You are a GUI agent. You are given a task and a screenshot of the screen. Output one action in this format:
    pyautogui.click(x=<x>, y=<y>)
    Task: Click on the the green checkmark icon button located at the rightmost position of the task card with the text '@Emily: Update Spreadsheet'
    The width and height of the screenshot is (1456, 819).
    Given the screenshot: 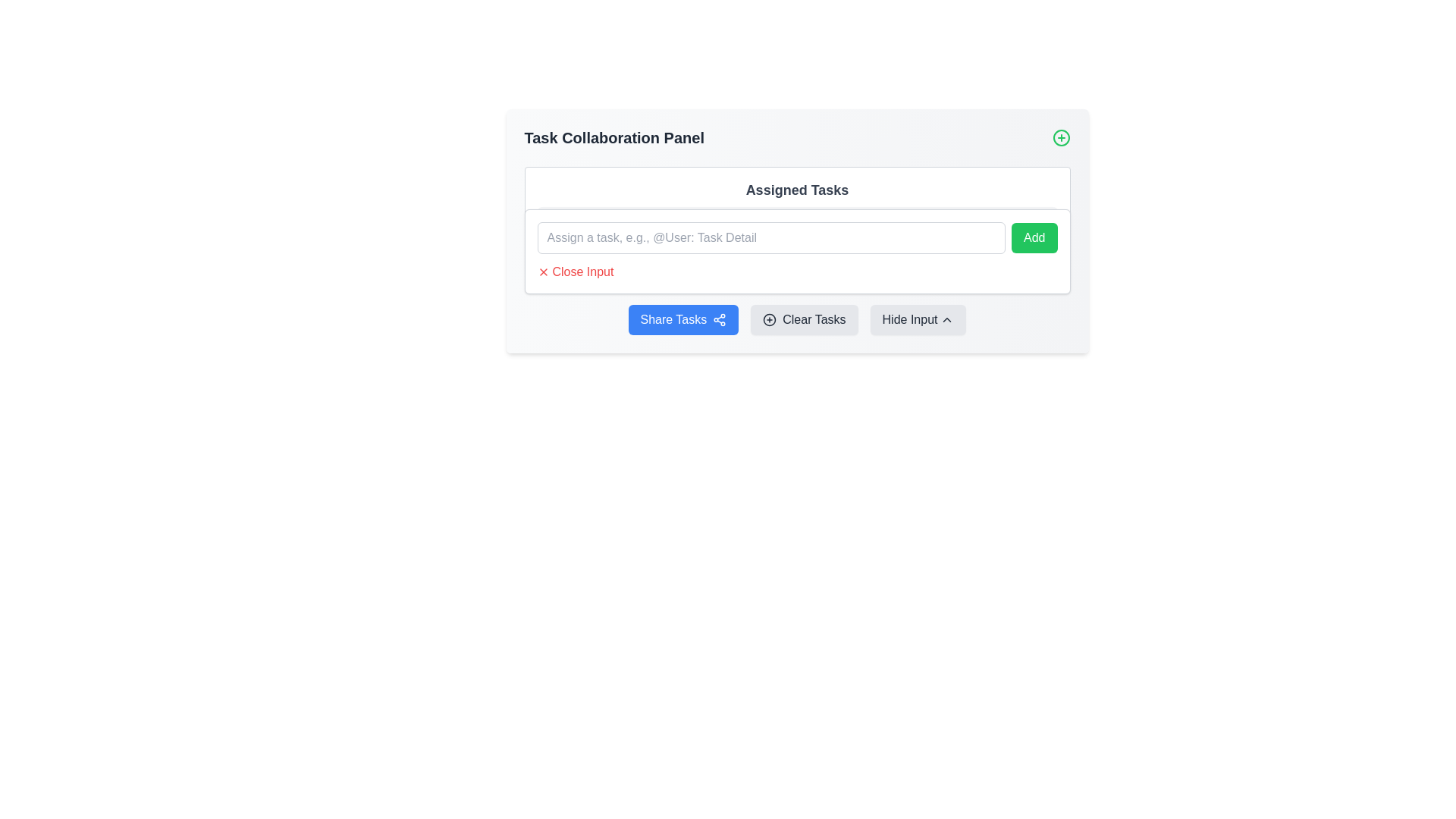 What is the action you would take?
    pyautogui.click(x=1040, y=257)
    